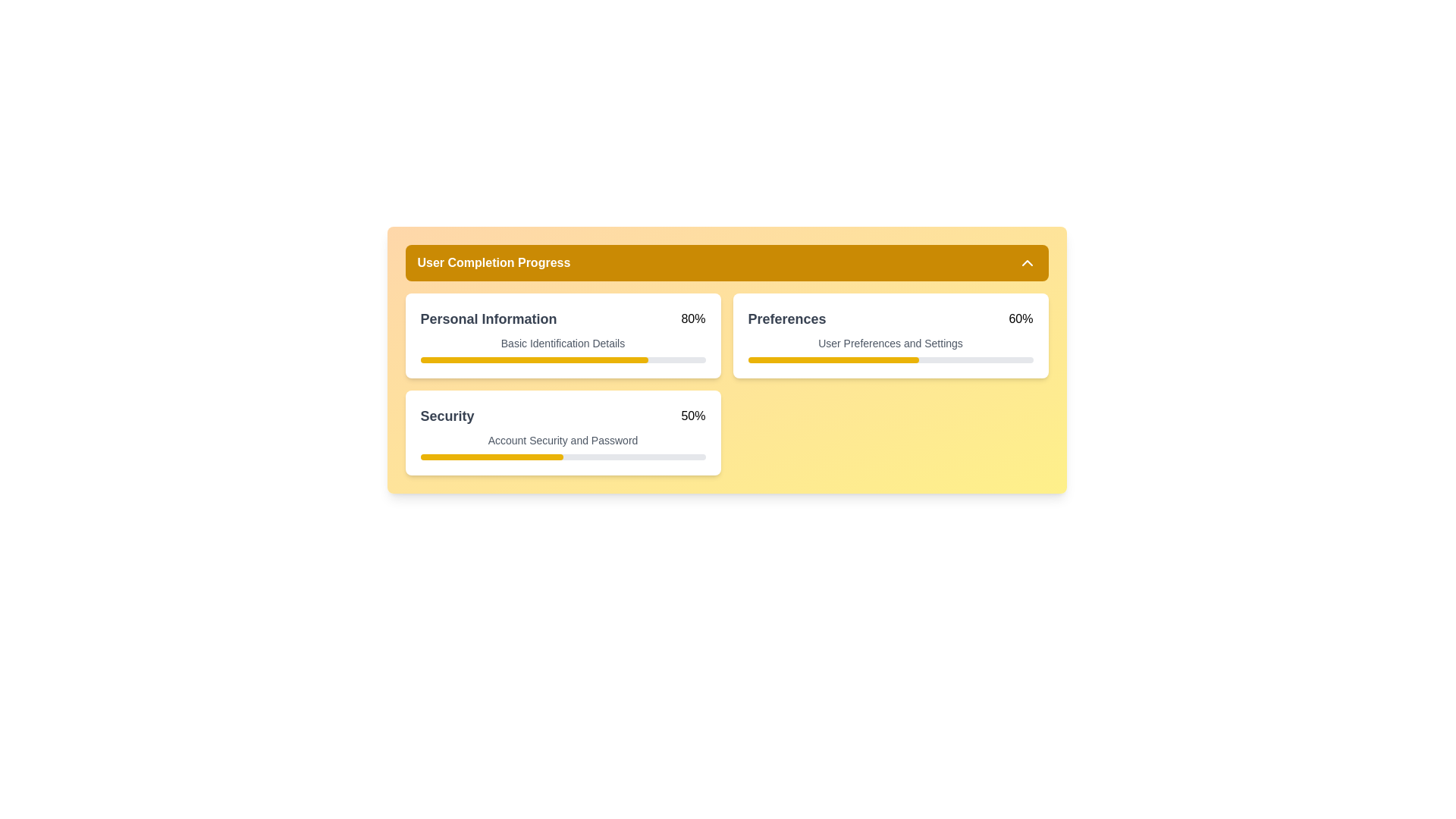 The image size is (1456, 819). I want to click on the progress visually on the Progress bar indicating the completion status for the 'Security' category, so click(491, 456).